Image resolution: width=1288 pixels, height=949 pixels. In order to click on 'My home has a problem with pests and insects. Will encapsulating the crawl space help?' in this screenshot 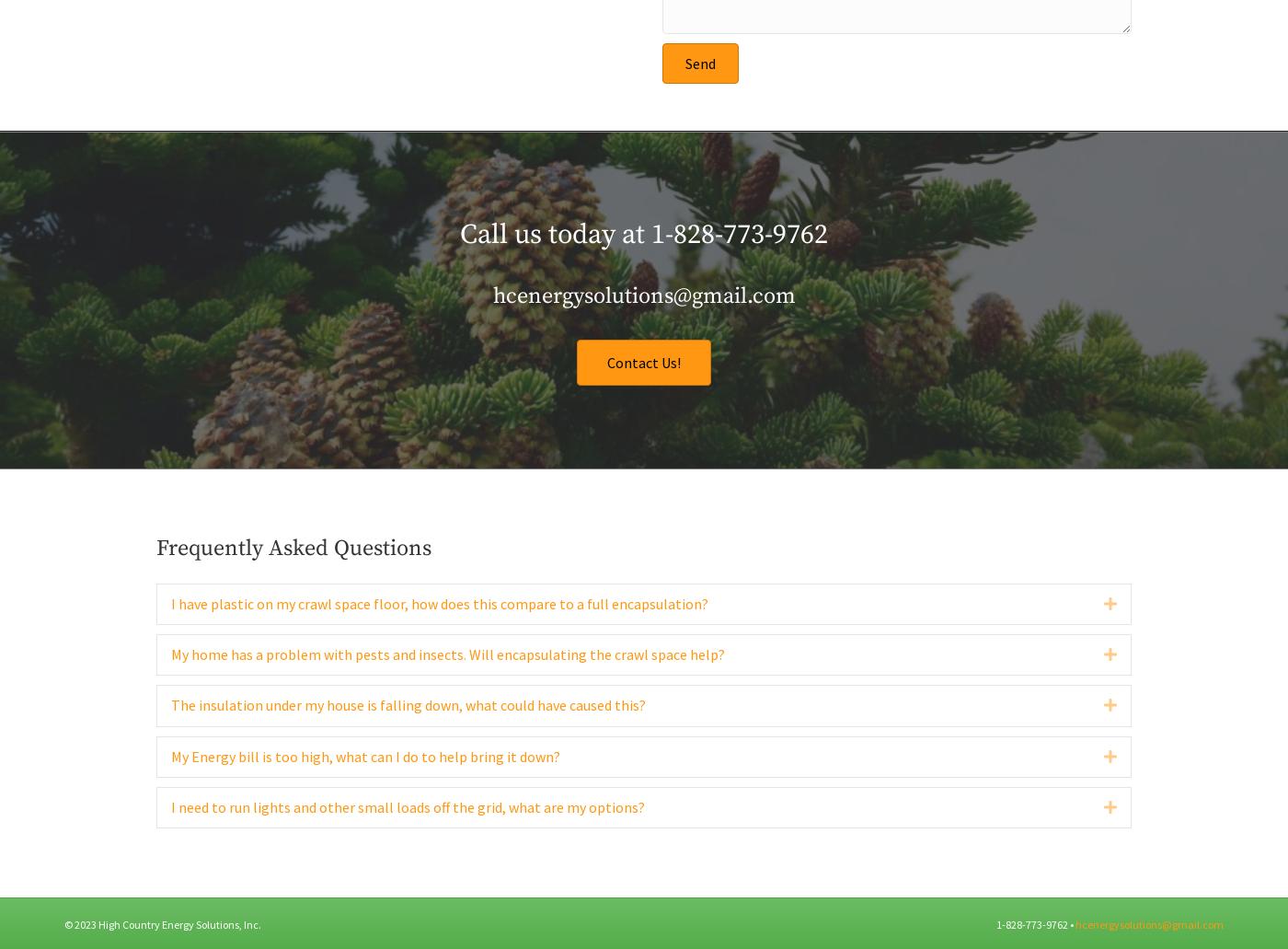, I will do `click(448, 692)`.